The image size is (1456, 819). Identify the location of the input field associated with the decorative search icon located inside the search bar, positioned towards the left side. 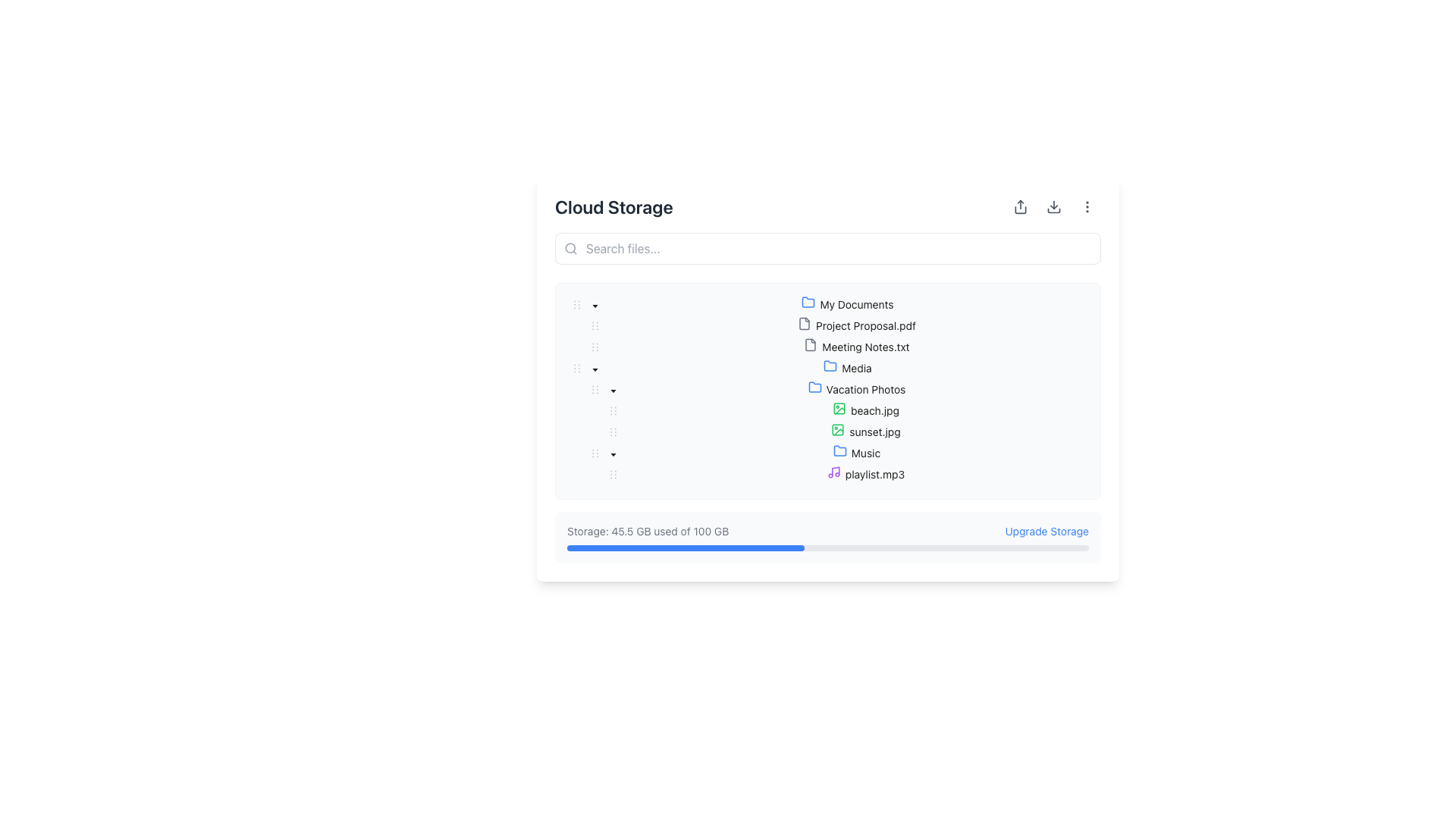
(570, 247).